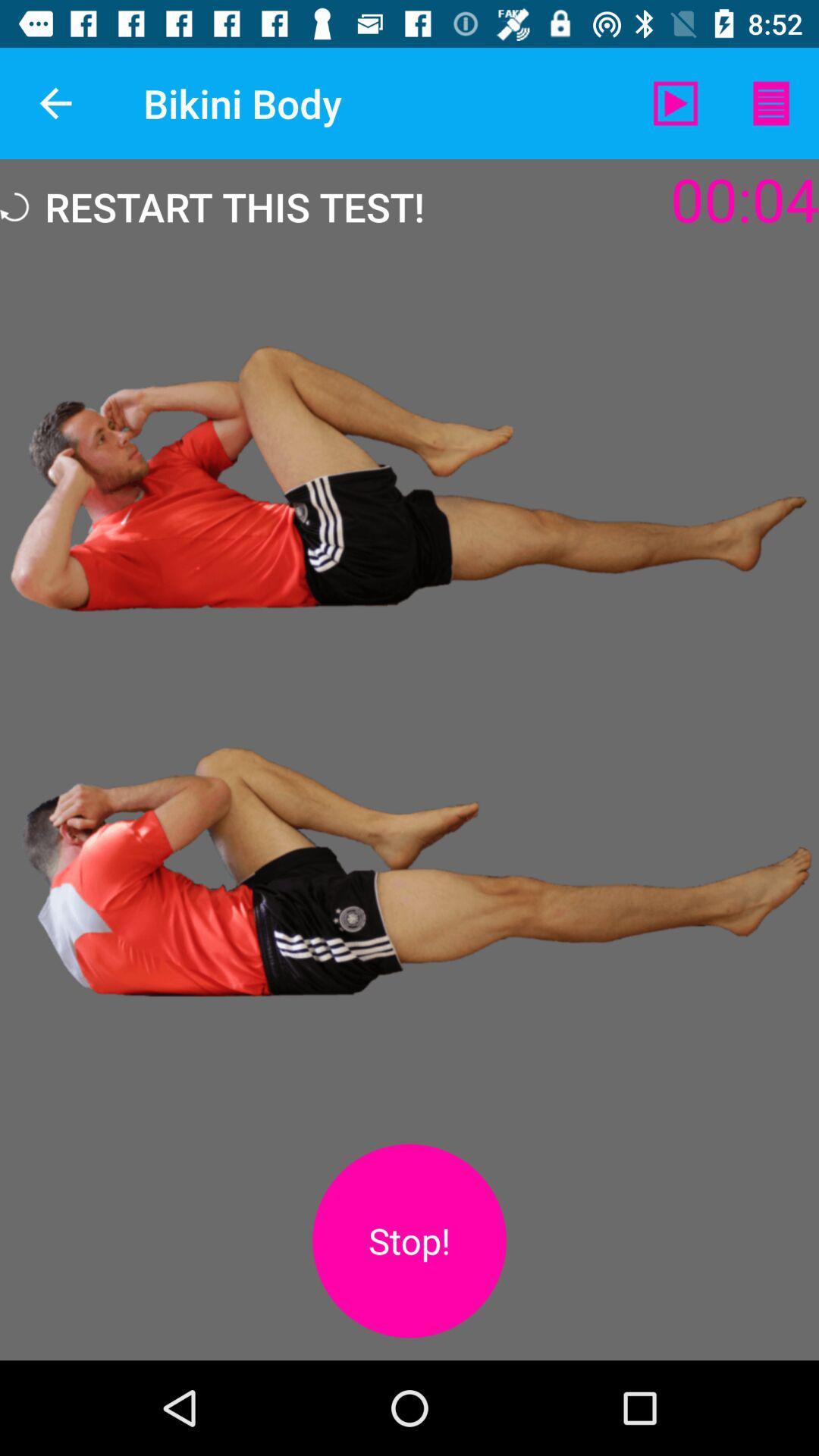 This screenshot has height=1456, width=819. I want to click on restart this test! icon, so click(212, 206).